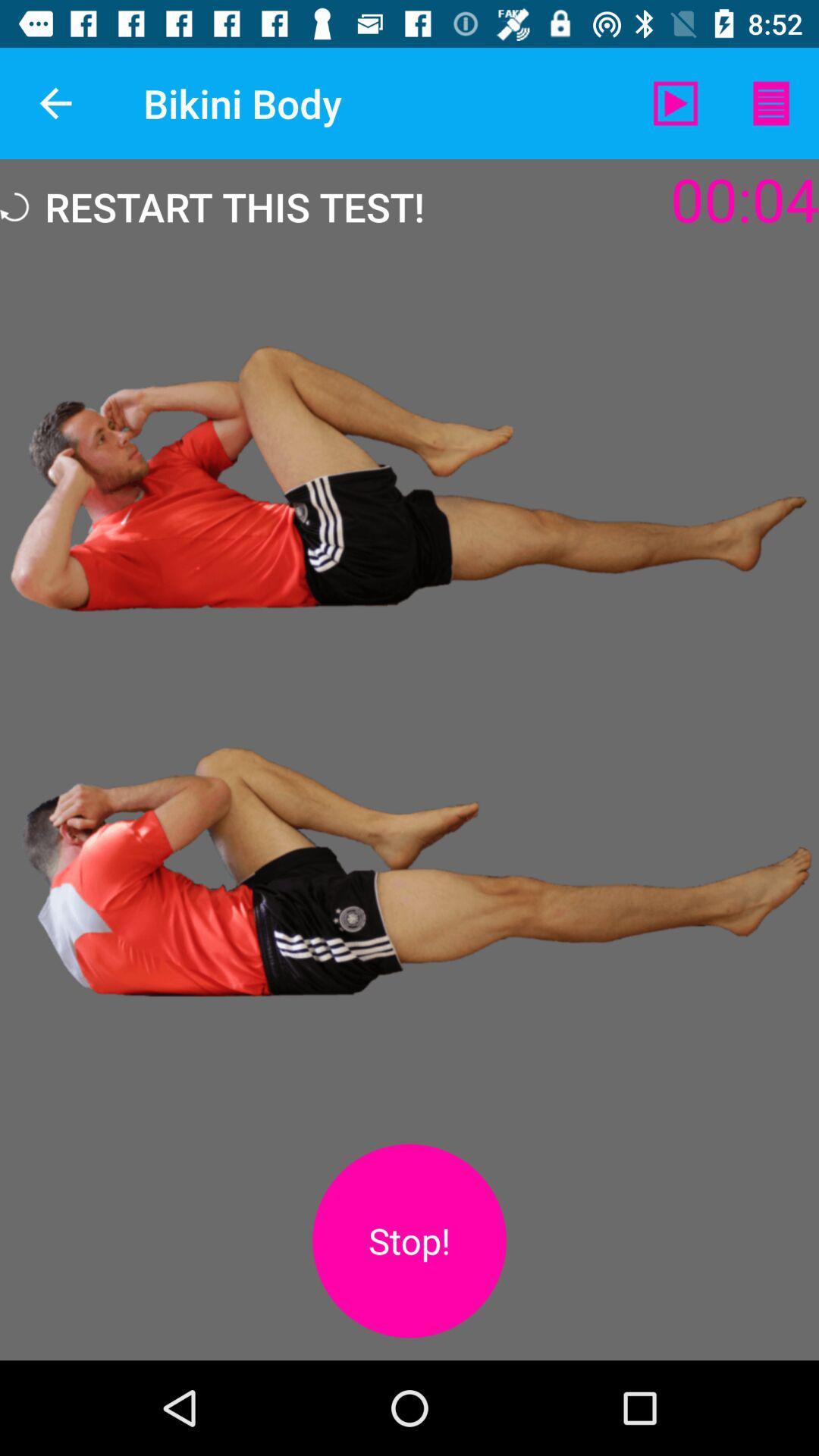 This screenshot has height=1456, width=819. I want to click on restart this test! icon, so click(212, 206).